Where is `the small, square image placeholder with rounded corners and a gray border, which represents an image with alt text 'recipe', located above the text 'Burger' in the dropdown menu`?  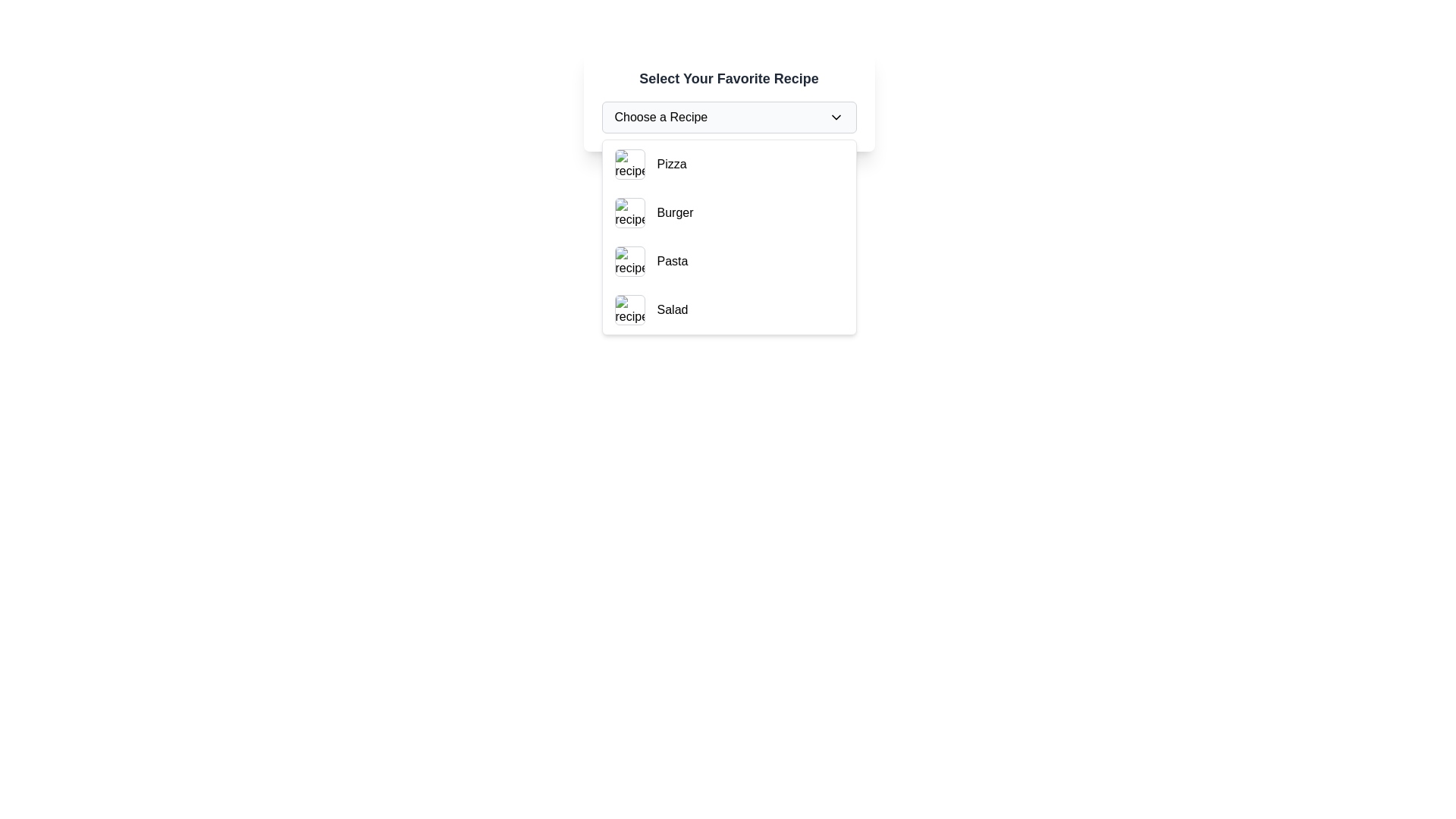
the small, square image placeholder with rounded corners and a gray border, which represents an image with alt text 'recipe', located above the text 'Burger' in the dropdown menu is located at coordinates (629, 213).